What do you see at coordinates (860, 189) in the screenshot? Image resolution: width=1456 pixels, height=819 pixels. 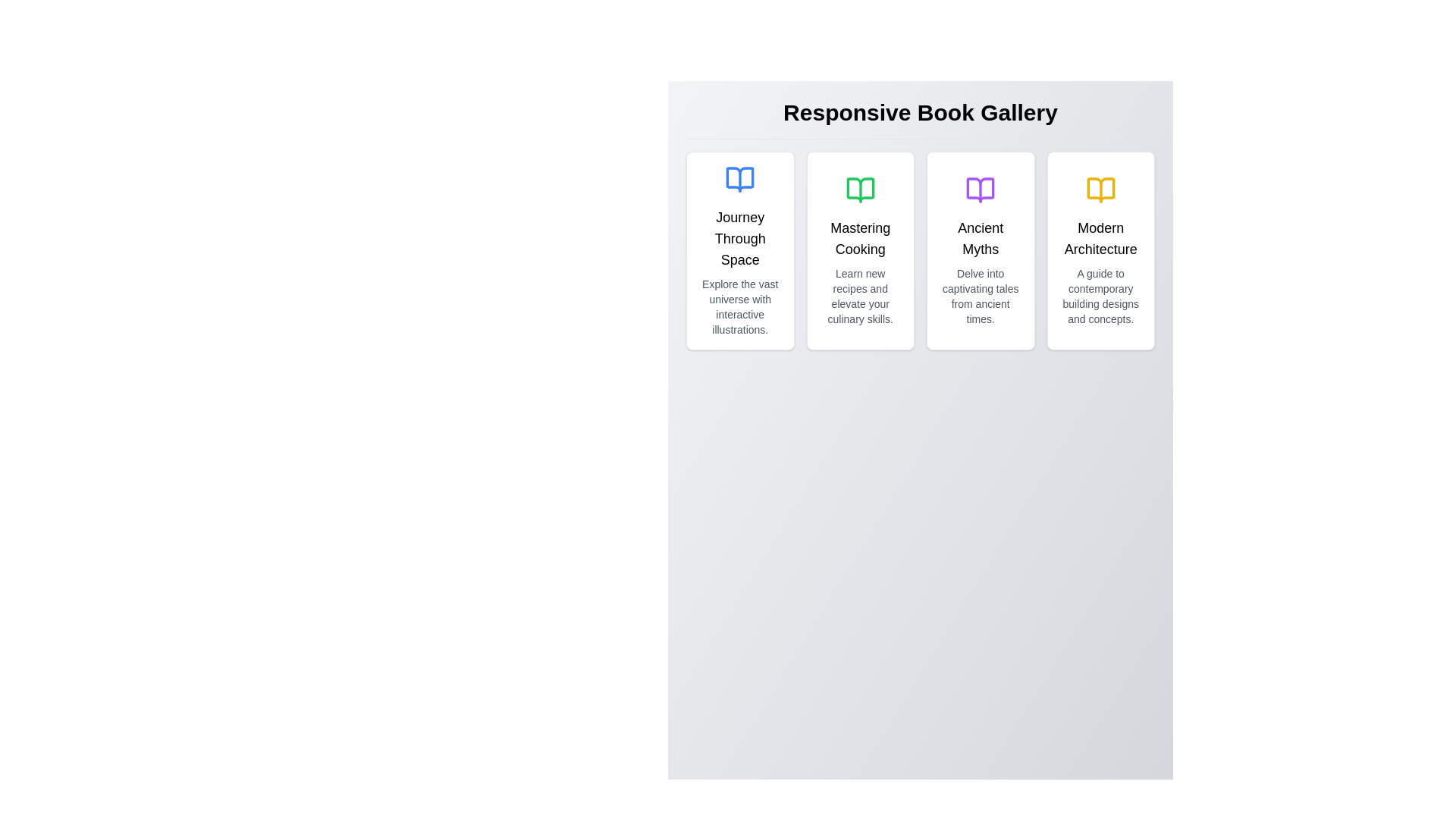 I see `the visual representation of the 'Mastering Cooking' icon located in the second card of a horizontally aligned set of four cards` at bounding box center [860, 189].